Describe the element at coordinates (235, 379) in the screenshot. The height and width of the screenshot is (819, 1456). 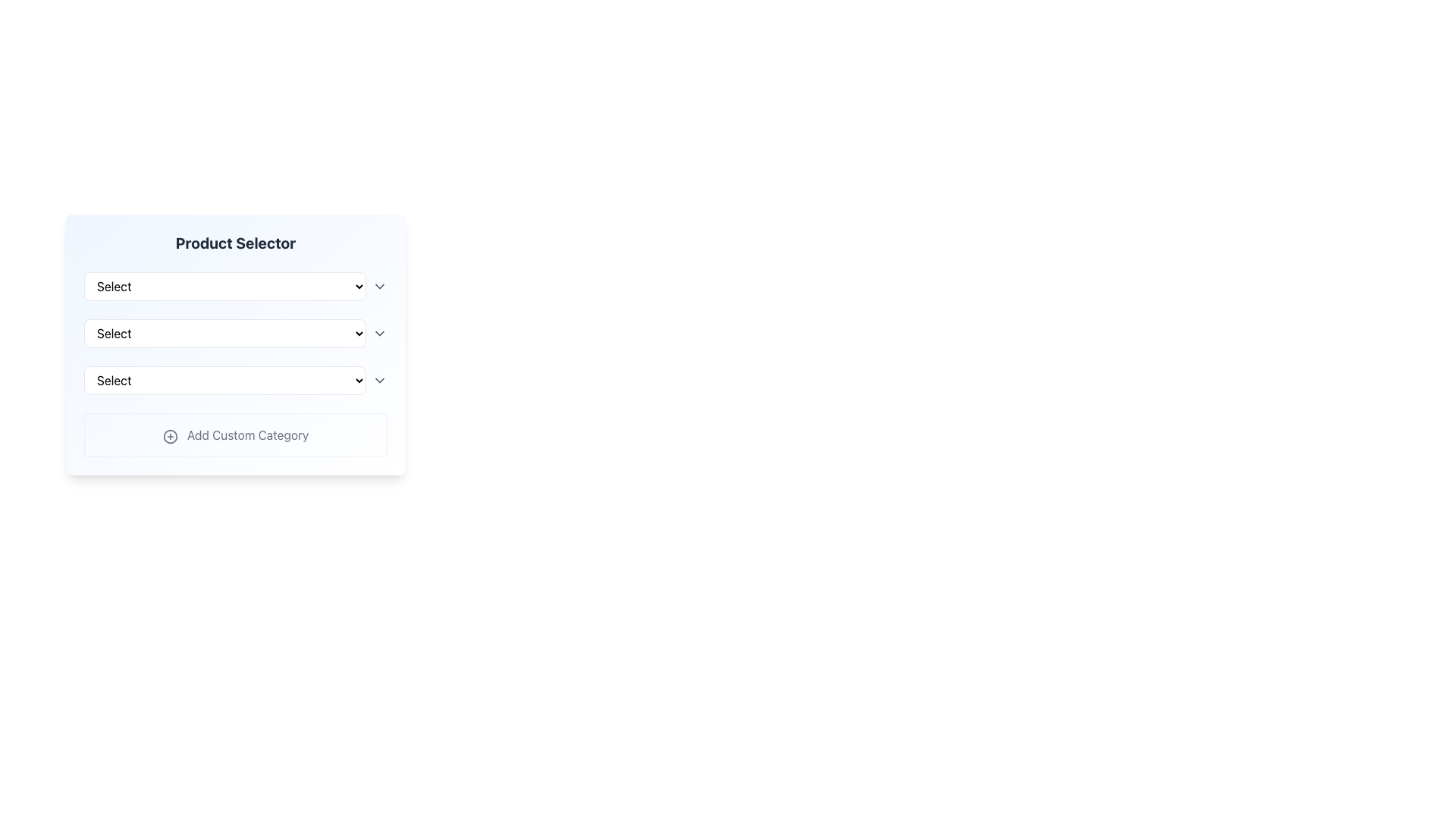
I see `the third dropdown menu under the 'Product Selector' title to select an option from the list` at that location.